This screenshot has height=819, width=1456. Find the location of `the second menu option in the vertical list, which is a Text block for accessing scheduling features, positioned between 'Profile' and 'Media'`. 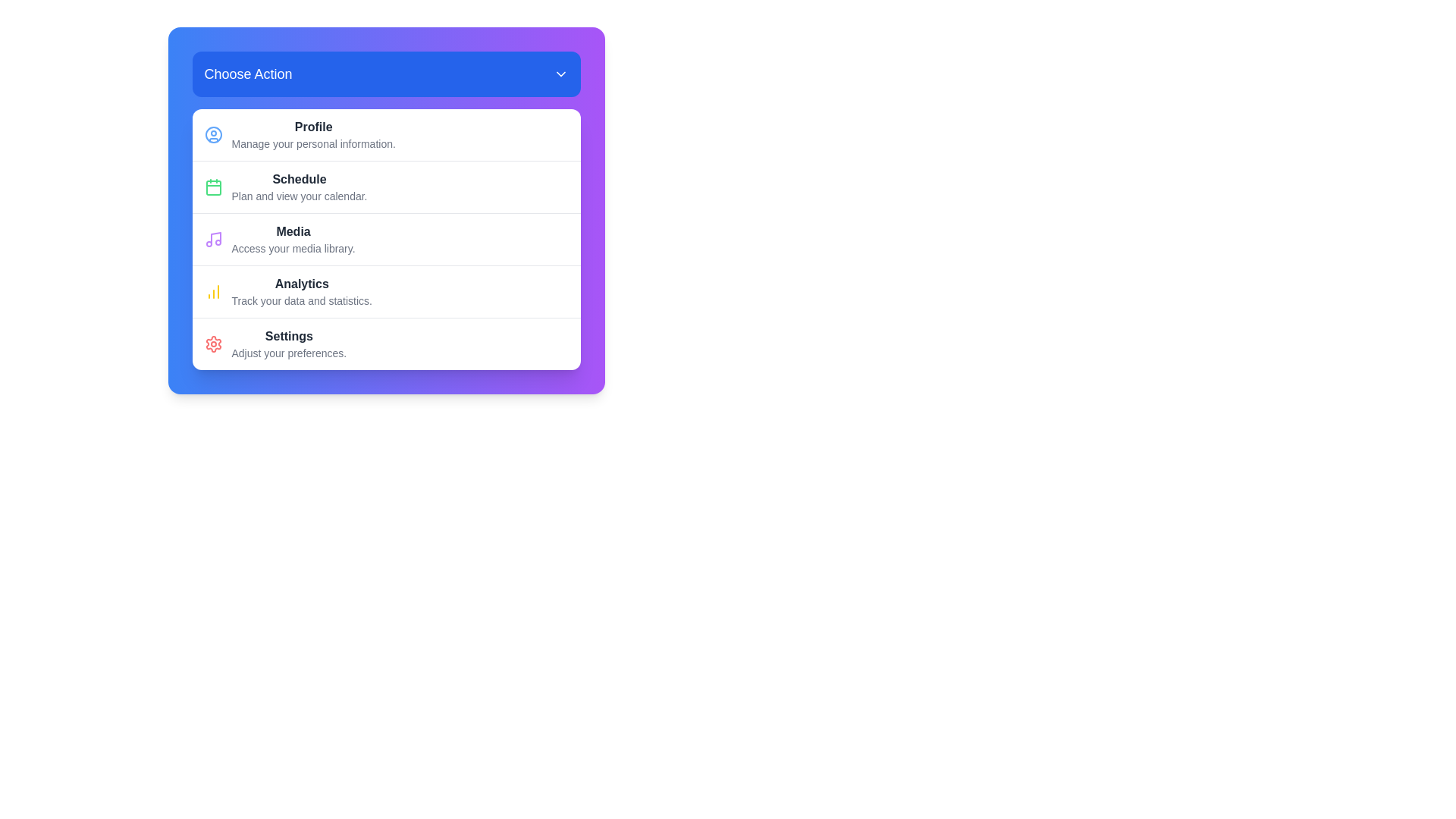

the second menu option in the vertical list, which is a Text block for accessing scheduling features, positioned between 'Profile' and 'Media' is located at coordinates (299, 186).